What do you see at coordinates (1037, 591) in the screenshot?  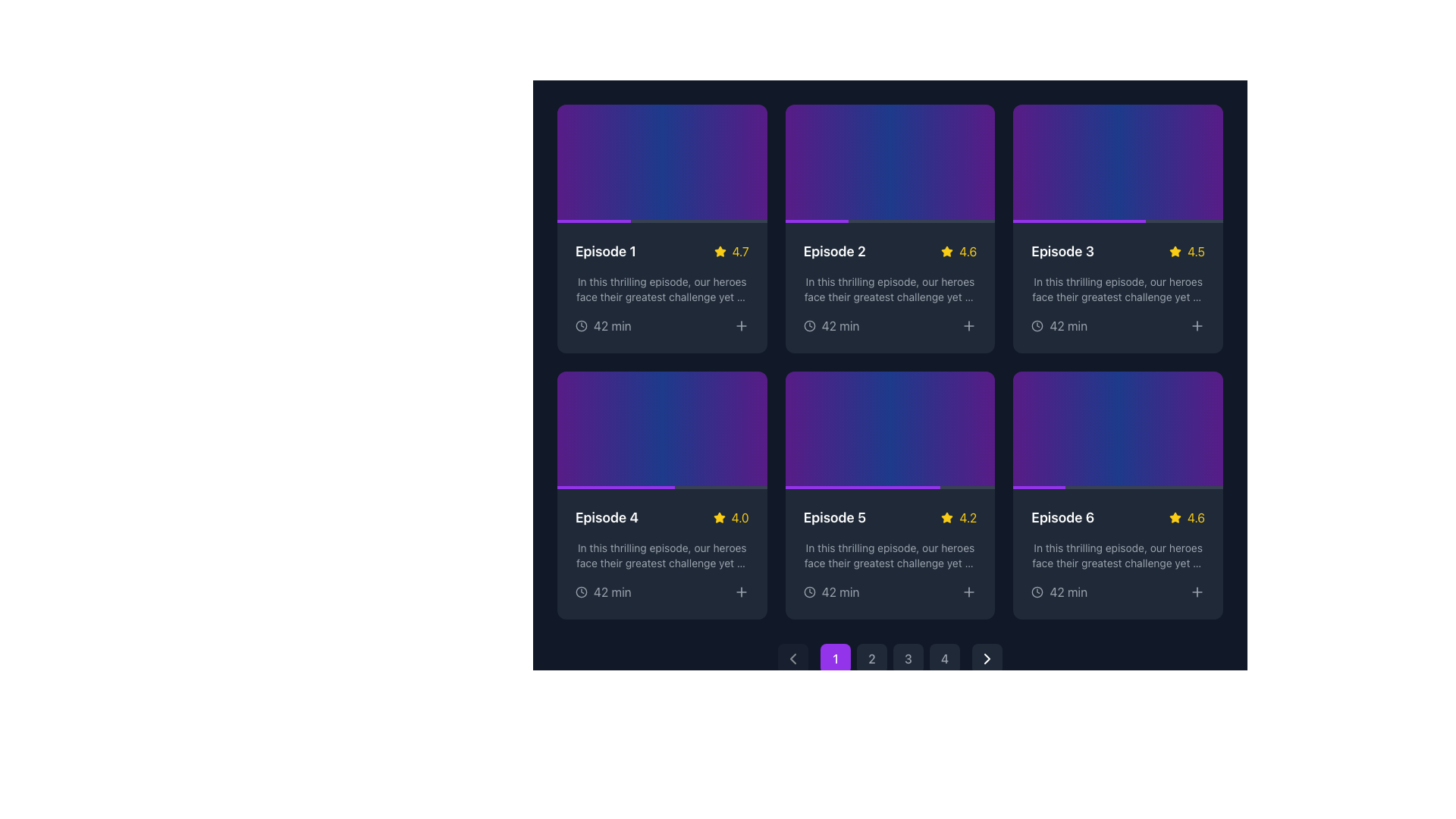 I see `the SVG Circle located within the clock icon on the card for 'Episode 6', positioned in the bottom-right corner of the grid layout` at bounding box center [1037, 591].